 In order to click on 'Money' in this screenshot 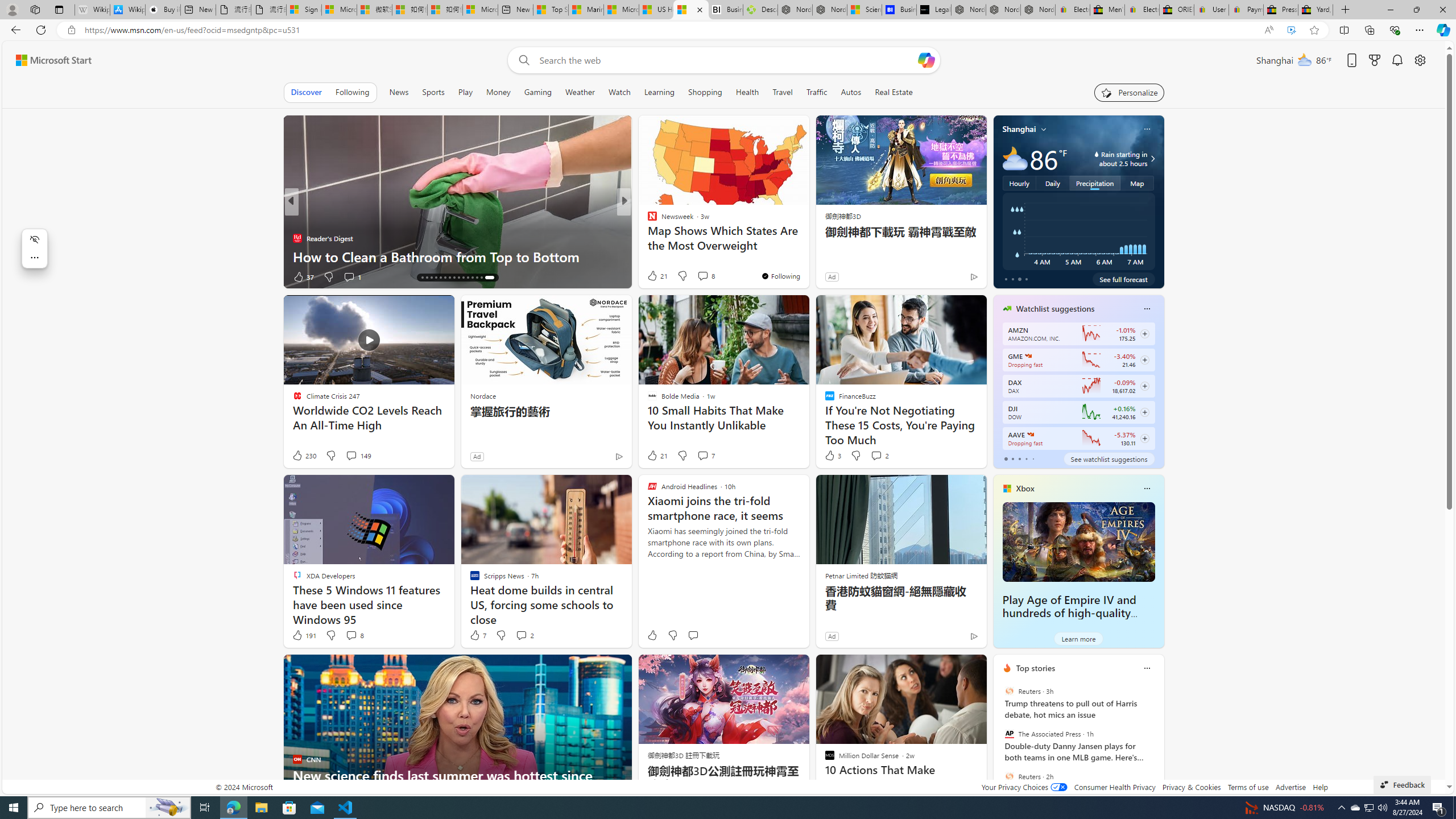, I will do `click(498, 92)`.